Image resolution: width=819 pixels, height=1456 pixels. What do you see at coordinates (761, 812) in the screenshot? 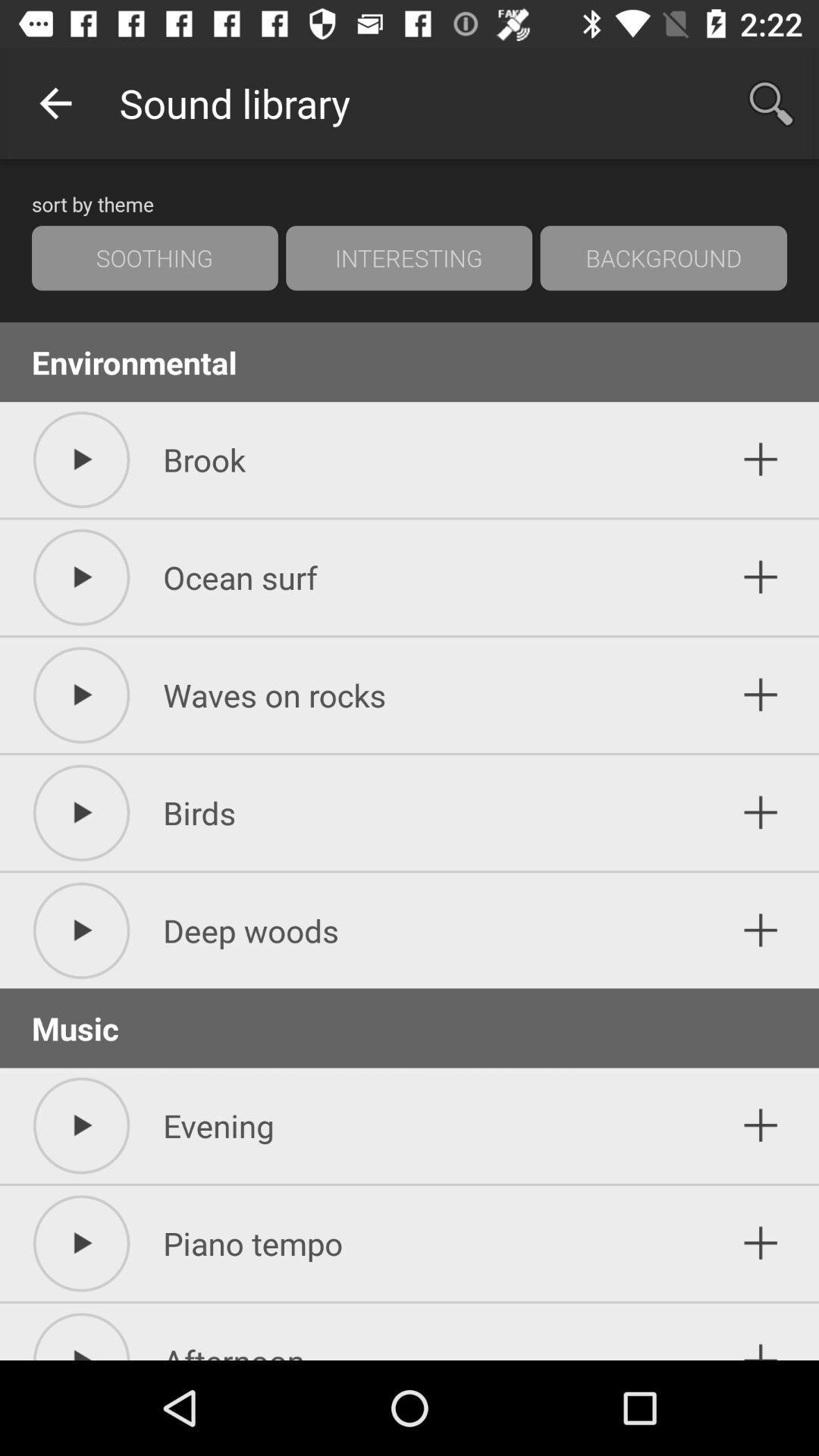
I see `sound` at bounding box center [761, 812].